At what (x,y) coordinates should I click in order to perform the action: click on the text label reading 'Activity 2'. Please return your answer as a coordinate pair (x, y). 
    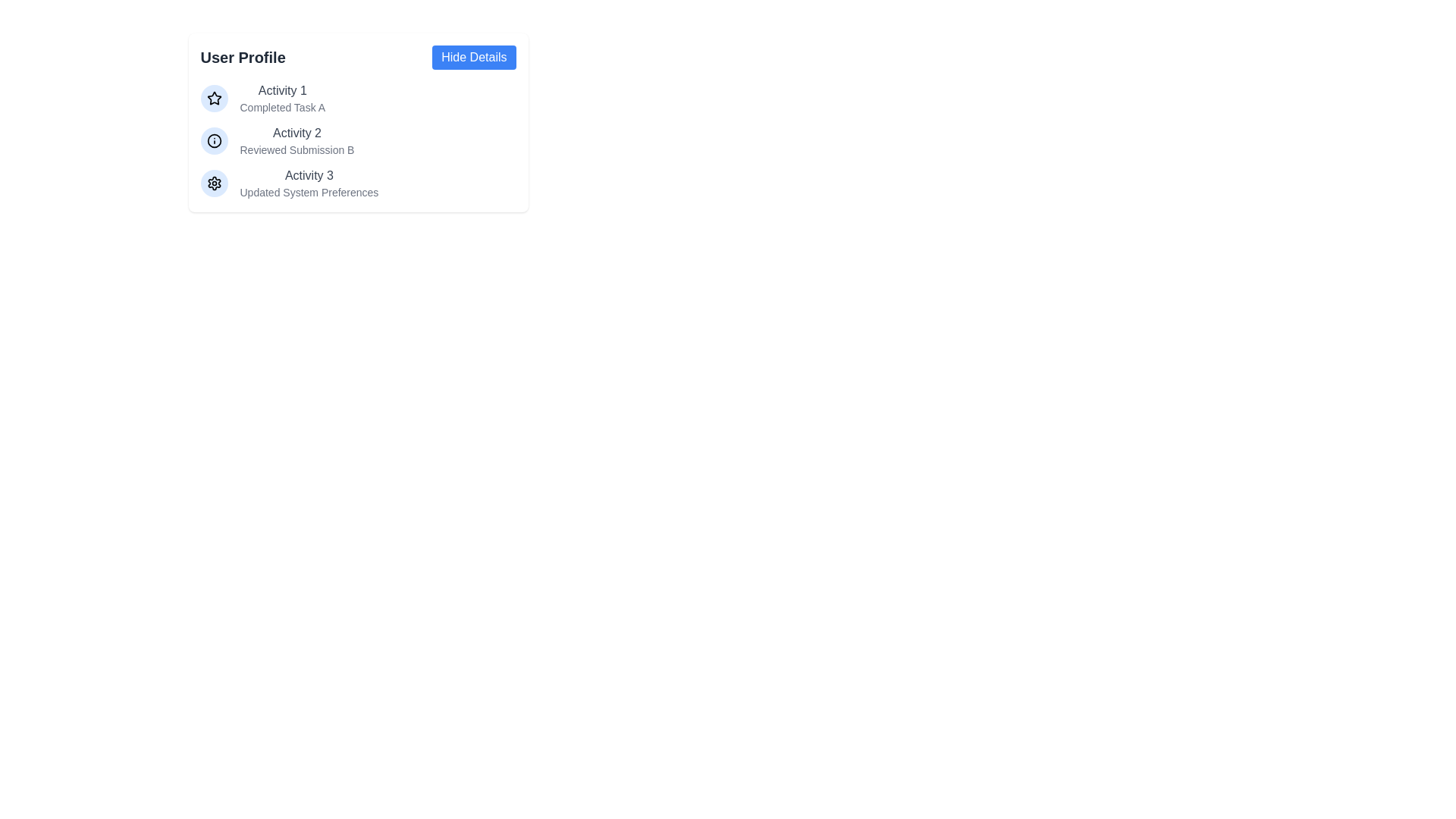
    Looking at the image, I should click on (297, 133).